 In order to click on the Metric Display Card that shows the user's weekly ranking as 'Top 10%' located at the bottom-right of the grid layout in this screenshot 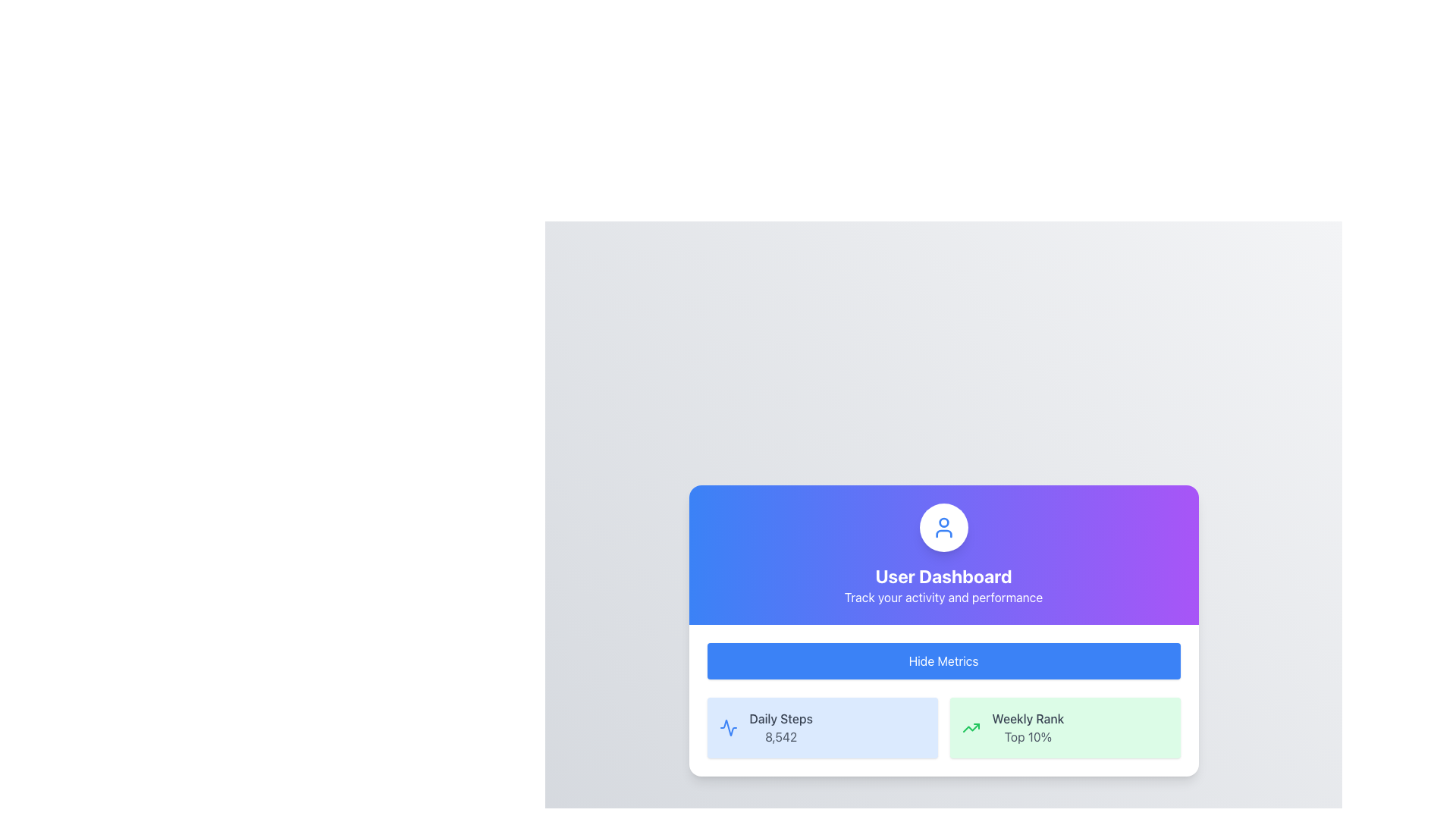, I will do `click(1064, 727)`.